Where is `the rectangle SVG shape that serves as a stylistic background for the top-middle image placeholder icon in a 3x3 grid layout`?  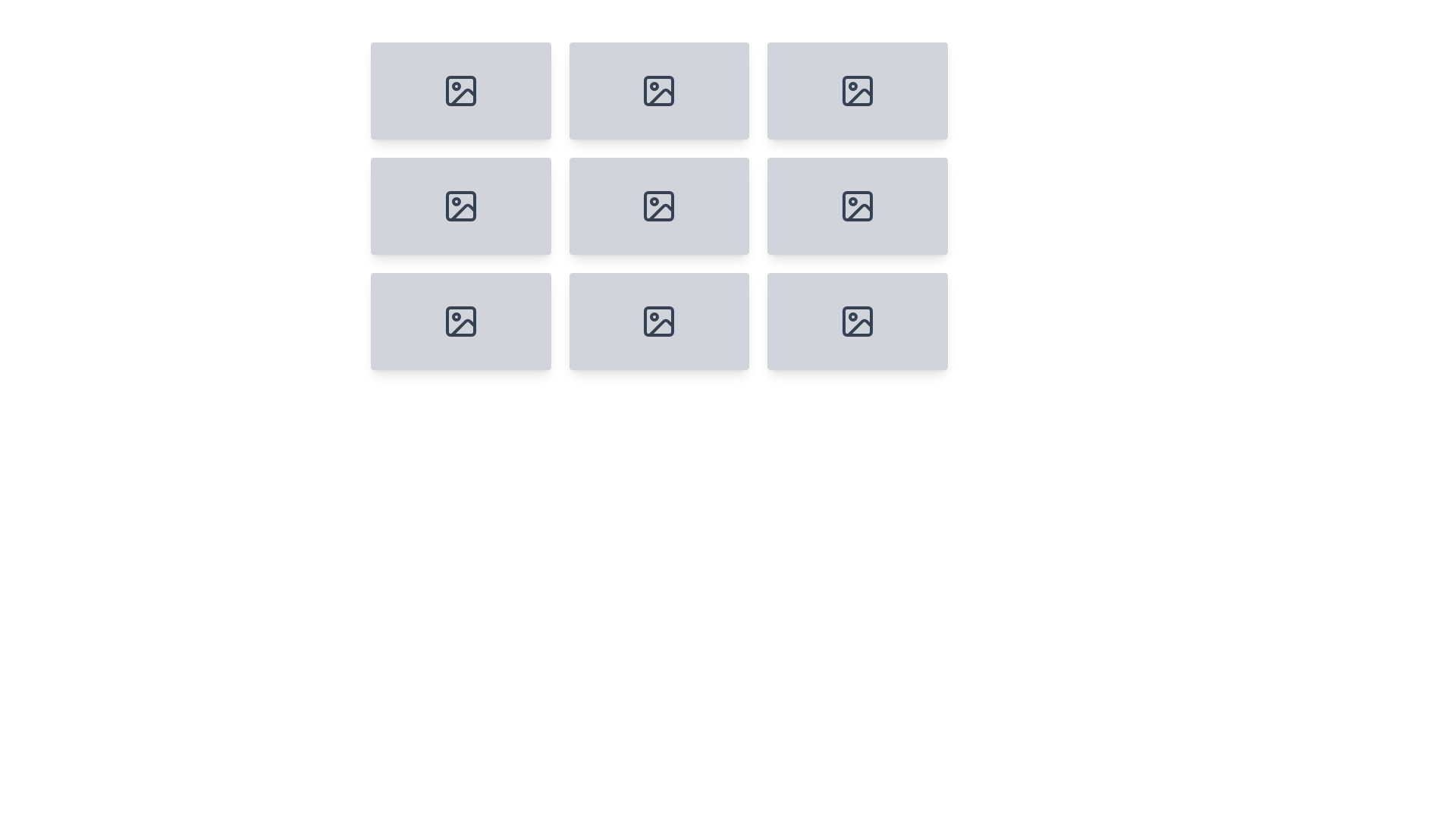 the rectangle SVG shape that serves as a stylistic background for the top-middle image placeholder icon in a 3x3 grid layout is located at coordinates (659, 90).